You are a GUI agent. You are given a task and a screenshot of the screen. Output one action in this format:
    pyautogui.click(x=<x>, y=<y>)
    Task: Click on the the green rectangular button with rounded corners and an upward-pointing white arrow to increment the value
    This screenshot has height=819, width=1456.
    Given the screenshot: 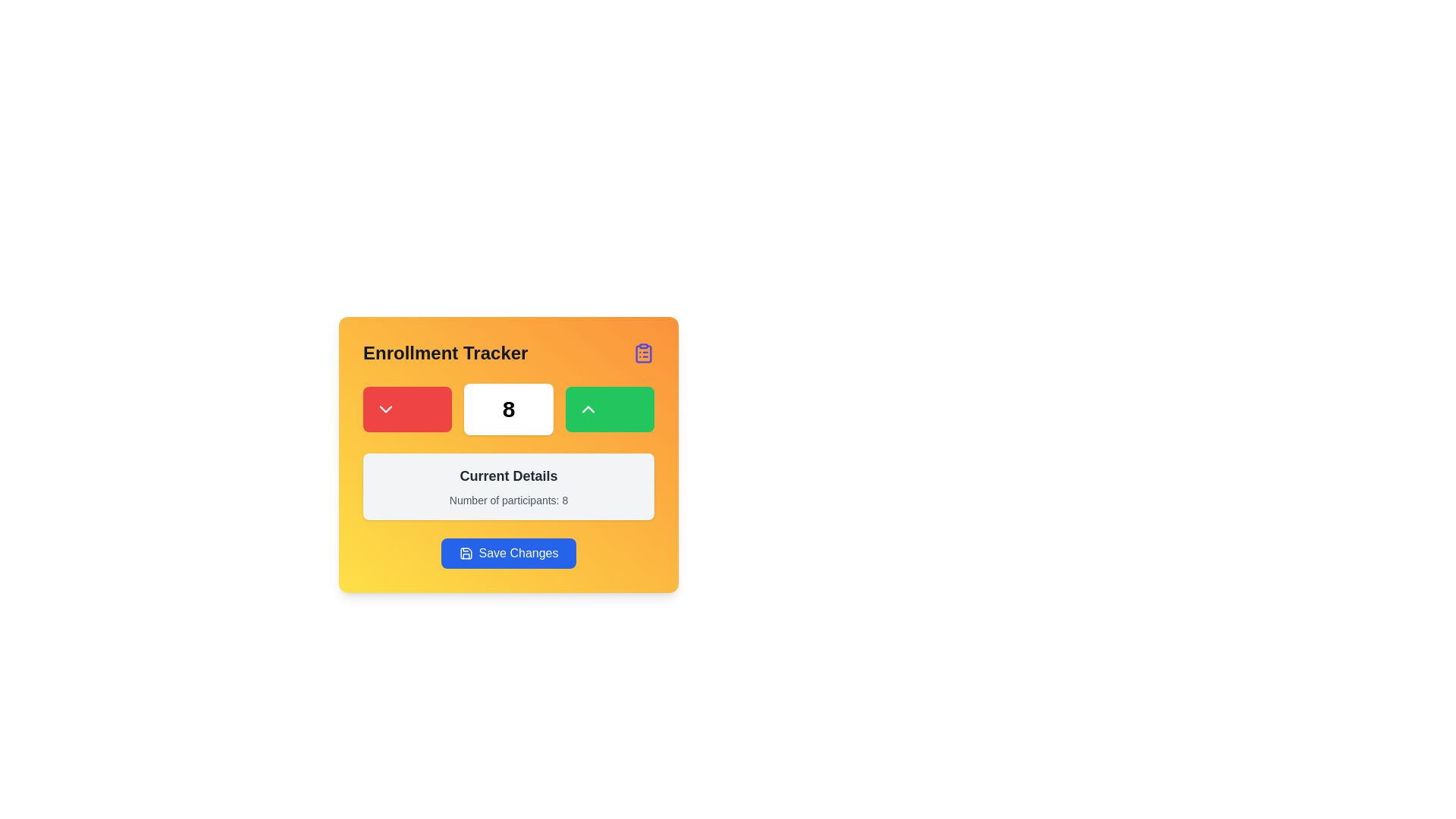 What is the action you would take?
    pyautogui.click(x=610, y=409)
    